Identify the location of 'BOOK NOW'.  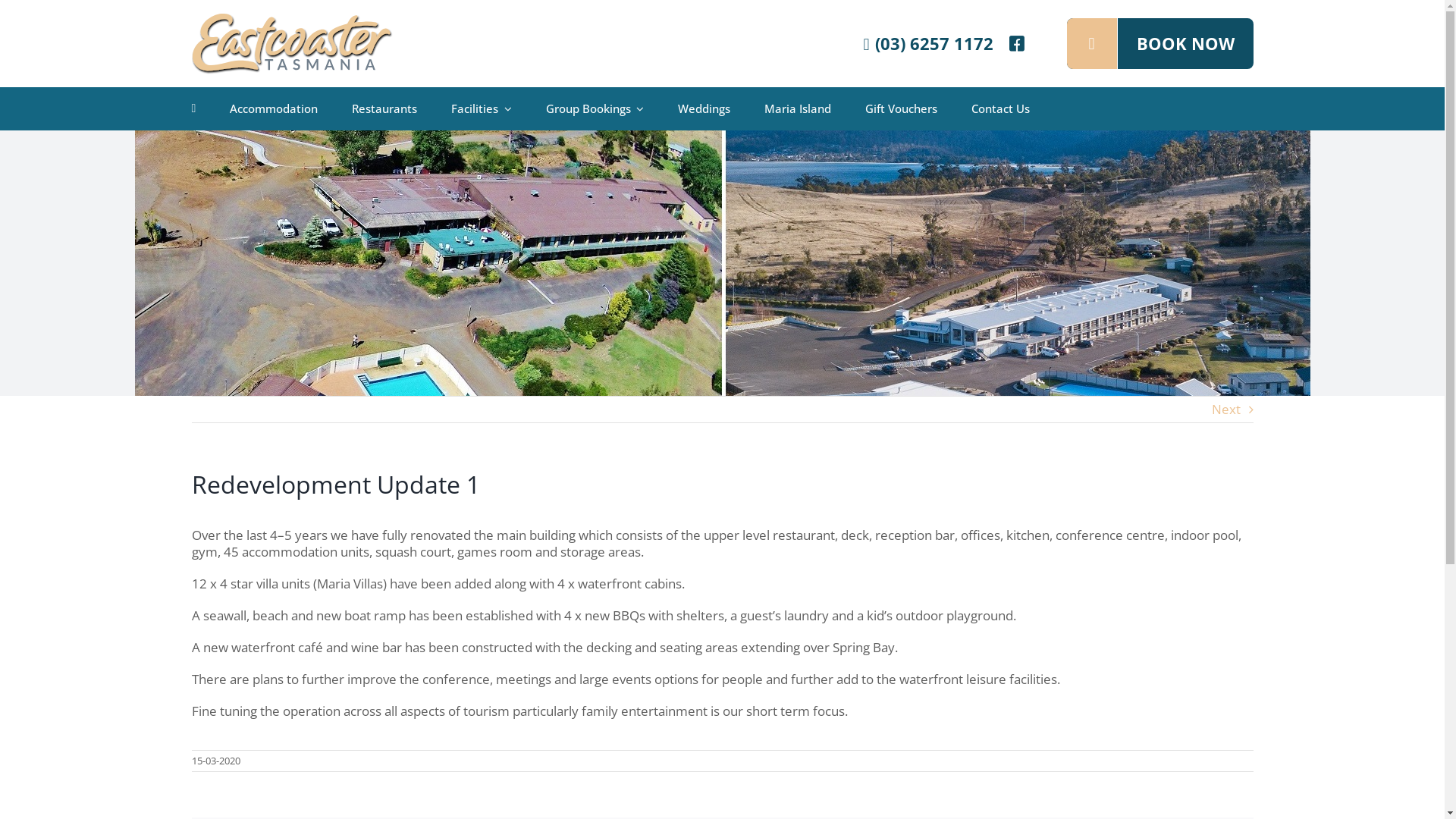
(1159, 42).